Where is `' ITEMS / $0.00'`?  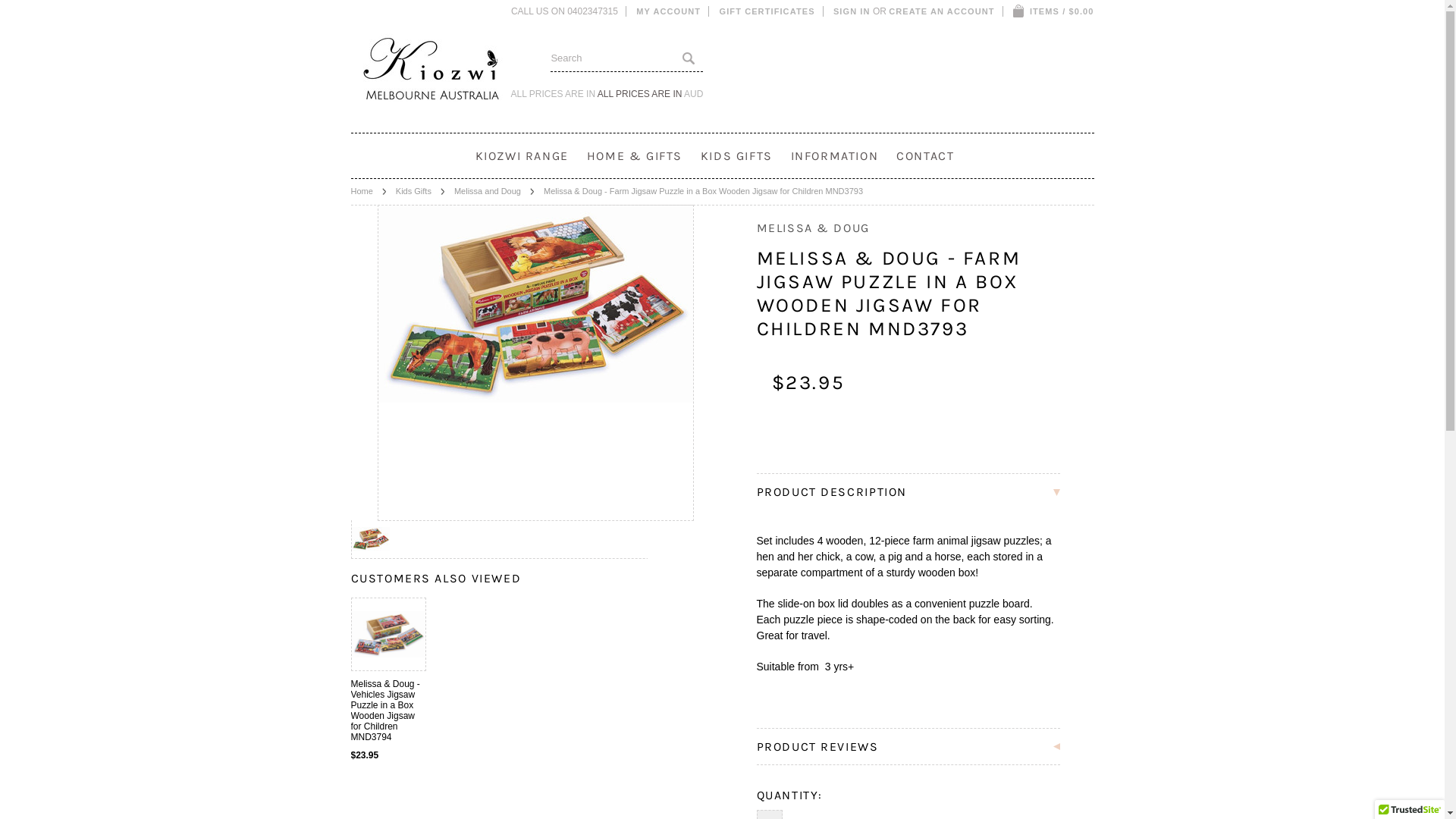 ' ITEMS / $0.00' is located at coordinates (1053, 11).